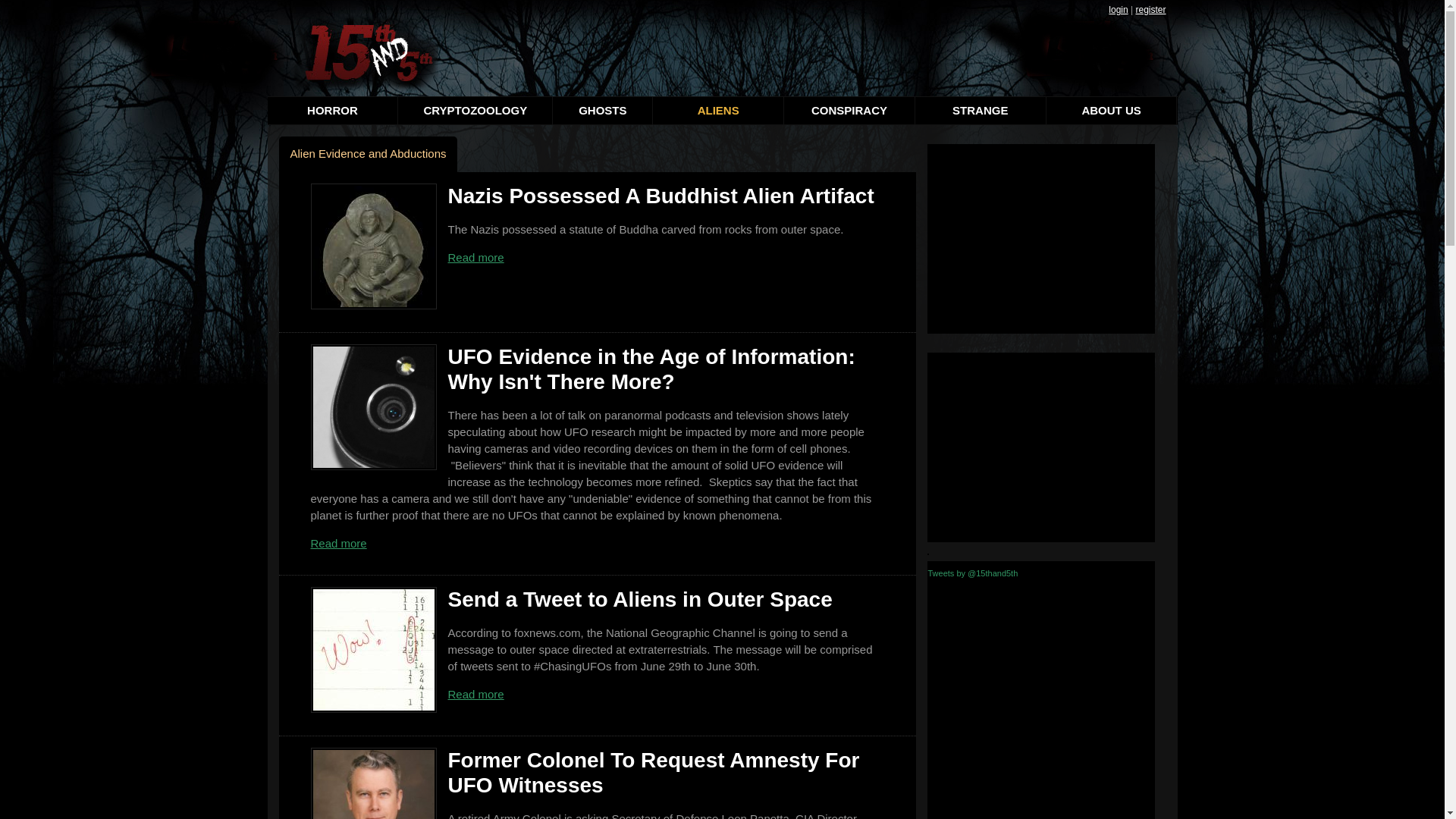  What do you see at coordinates (475, 110) in the screenshot?
I see `'CRYPTOZOOLOGY'` at bounding box center [475, 110].